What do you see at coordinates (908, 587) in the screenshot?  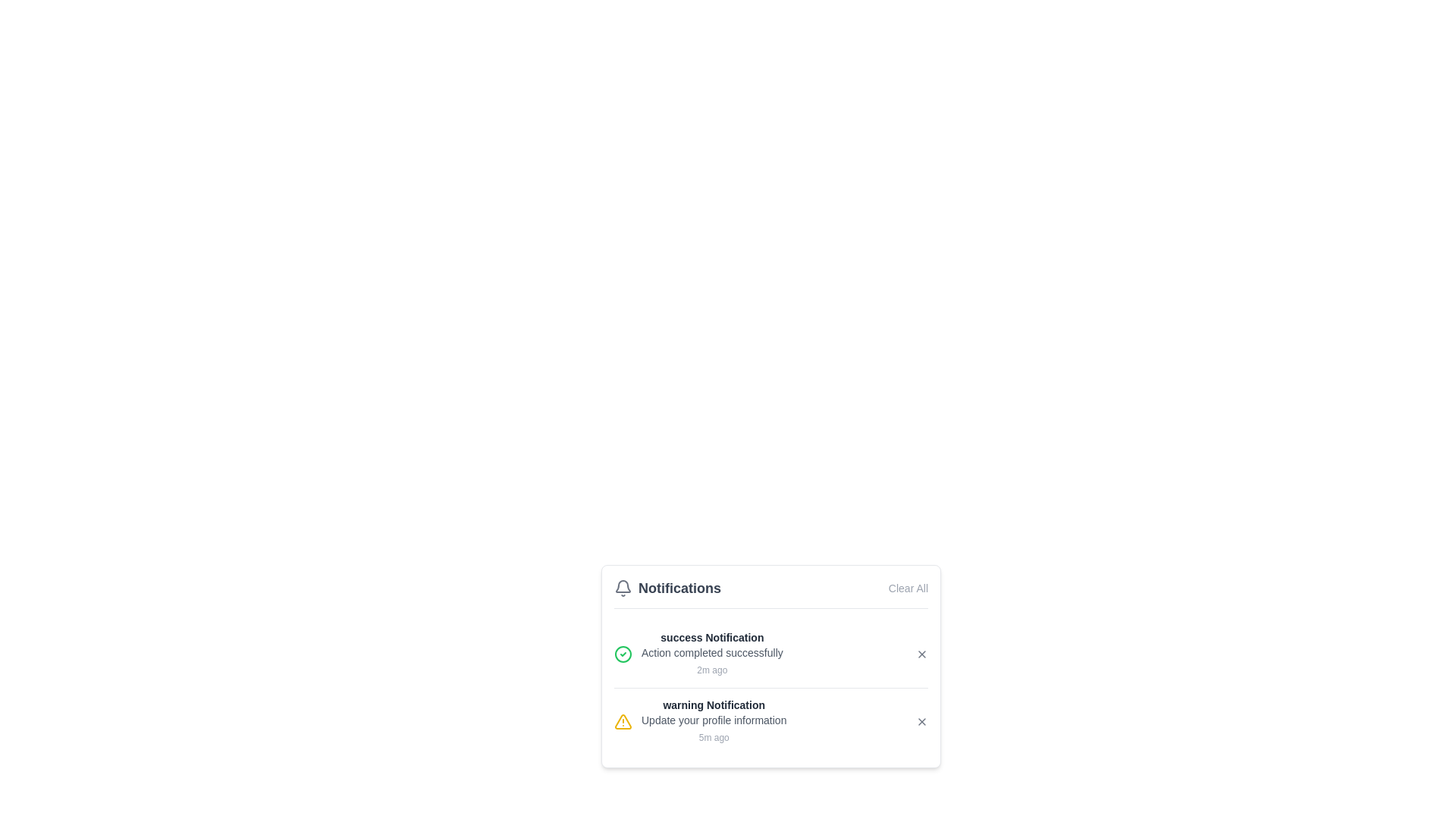 I see `the button located in the top right corner of the notifications header bar to clear all currently displayed notifications` at bounding box center [908, 587].